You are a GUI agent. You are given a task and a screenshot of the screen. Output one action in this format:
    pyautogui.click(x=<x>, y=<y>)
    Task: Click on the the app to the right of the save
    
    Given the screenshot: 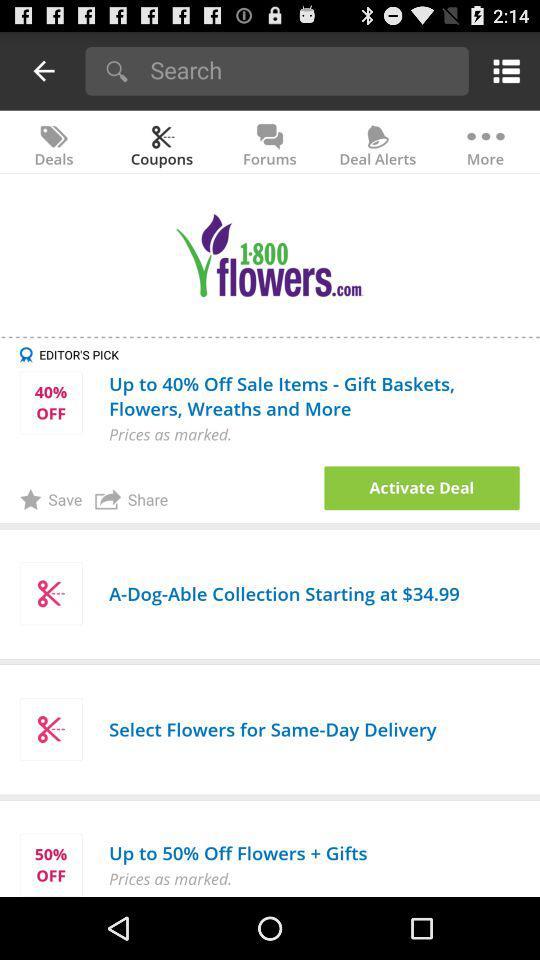 What is the action you would take?
    pyautogui.click(x=131, y=498)
    